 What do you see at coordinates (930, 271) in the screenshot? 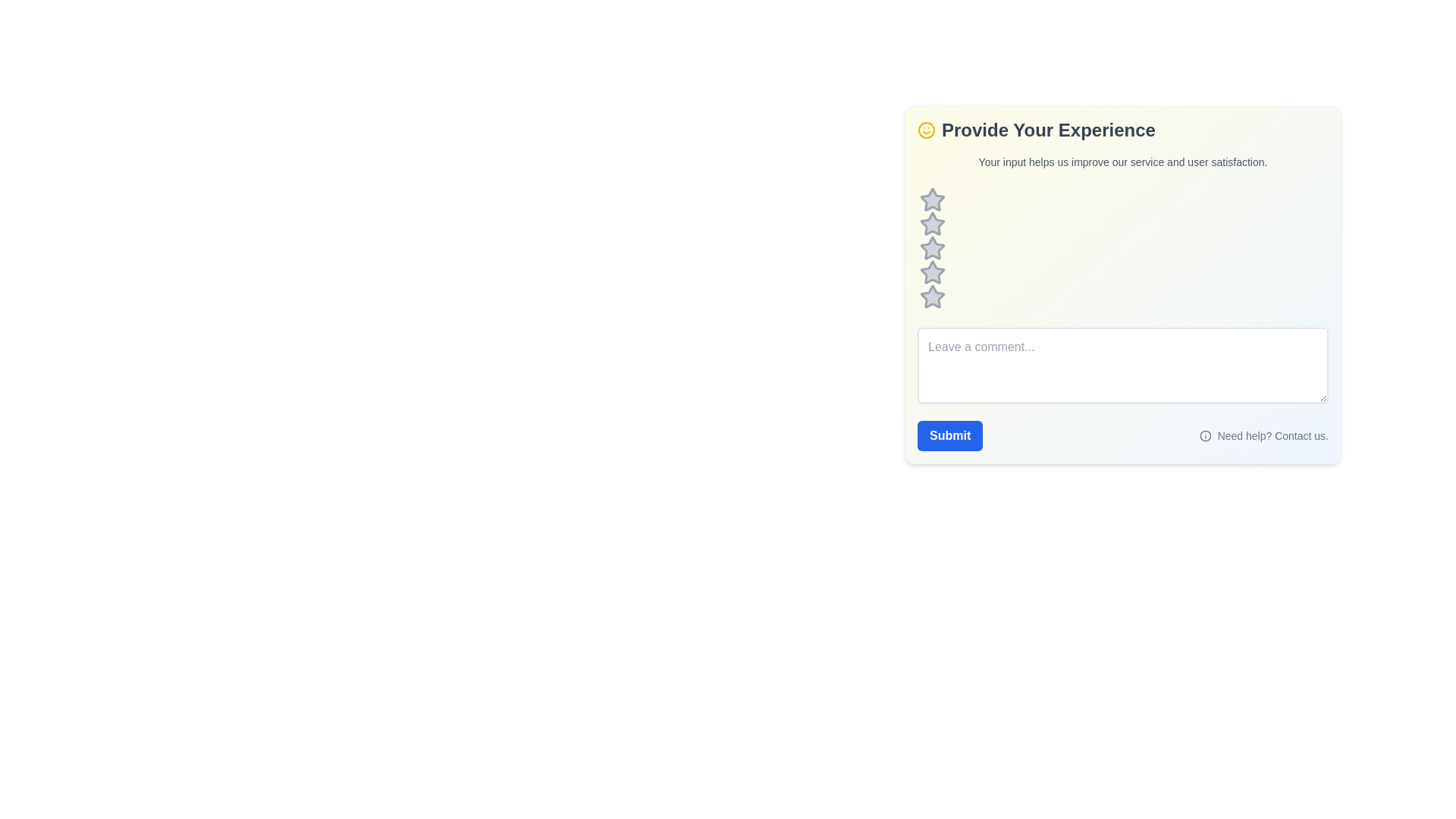
I see `the fourth star-shaped rating icon, which is filled with gray color and part of a vertical row used for rating` at bounding box center [930, 271].